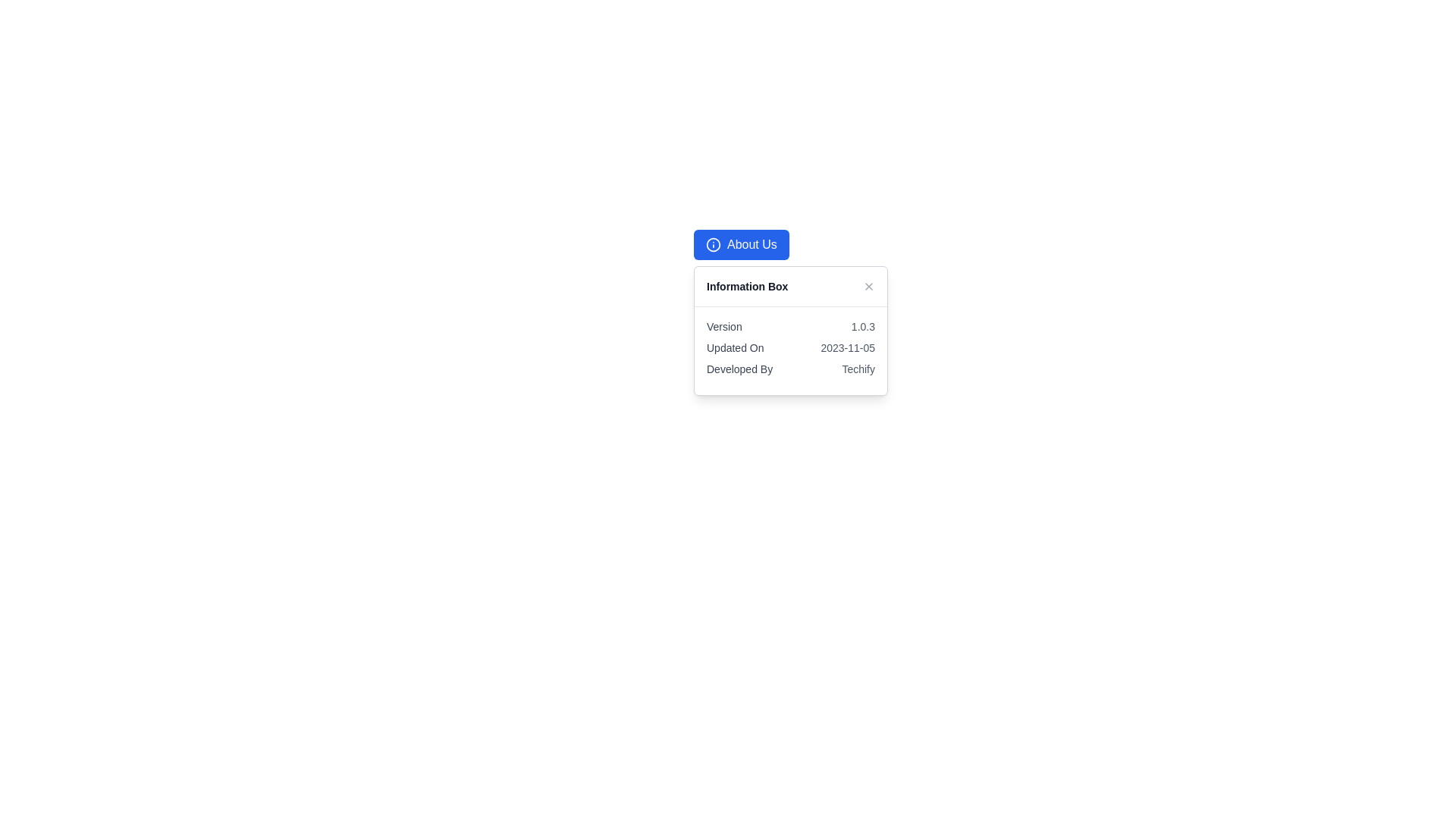  Describe the element at coordinates (739, 369) in the screenshot. I see `the text label that reads 'Developed By', which is styled in a small, bold font and is medium gray in color, located above the label 'Techify' within the 'Information Box'` at that location.